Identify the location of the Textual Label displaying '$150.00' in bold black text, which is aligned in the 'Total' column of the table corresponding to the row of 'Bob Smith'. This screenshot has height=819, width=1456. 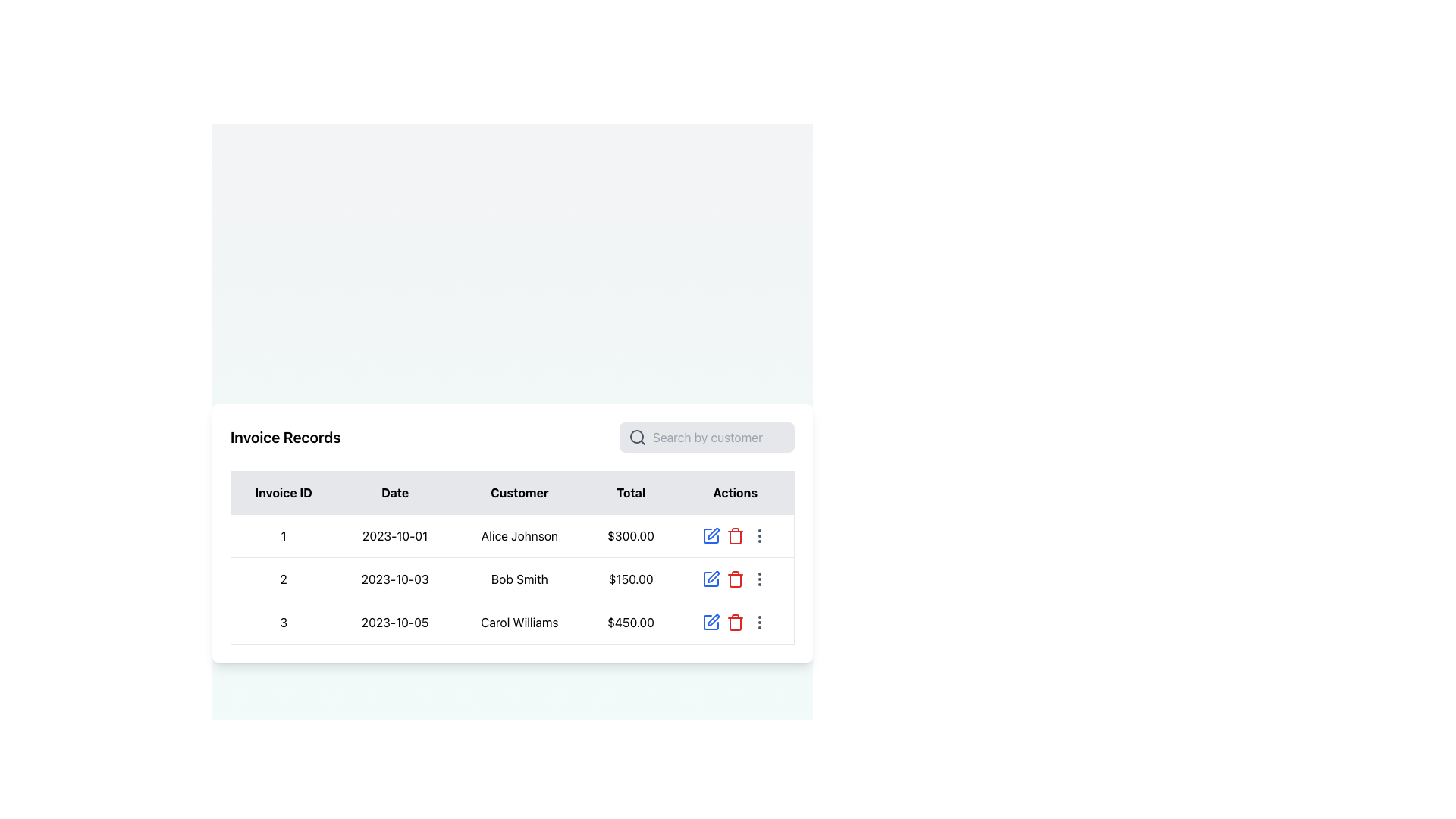
(631, 579).